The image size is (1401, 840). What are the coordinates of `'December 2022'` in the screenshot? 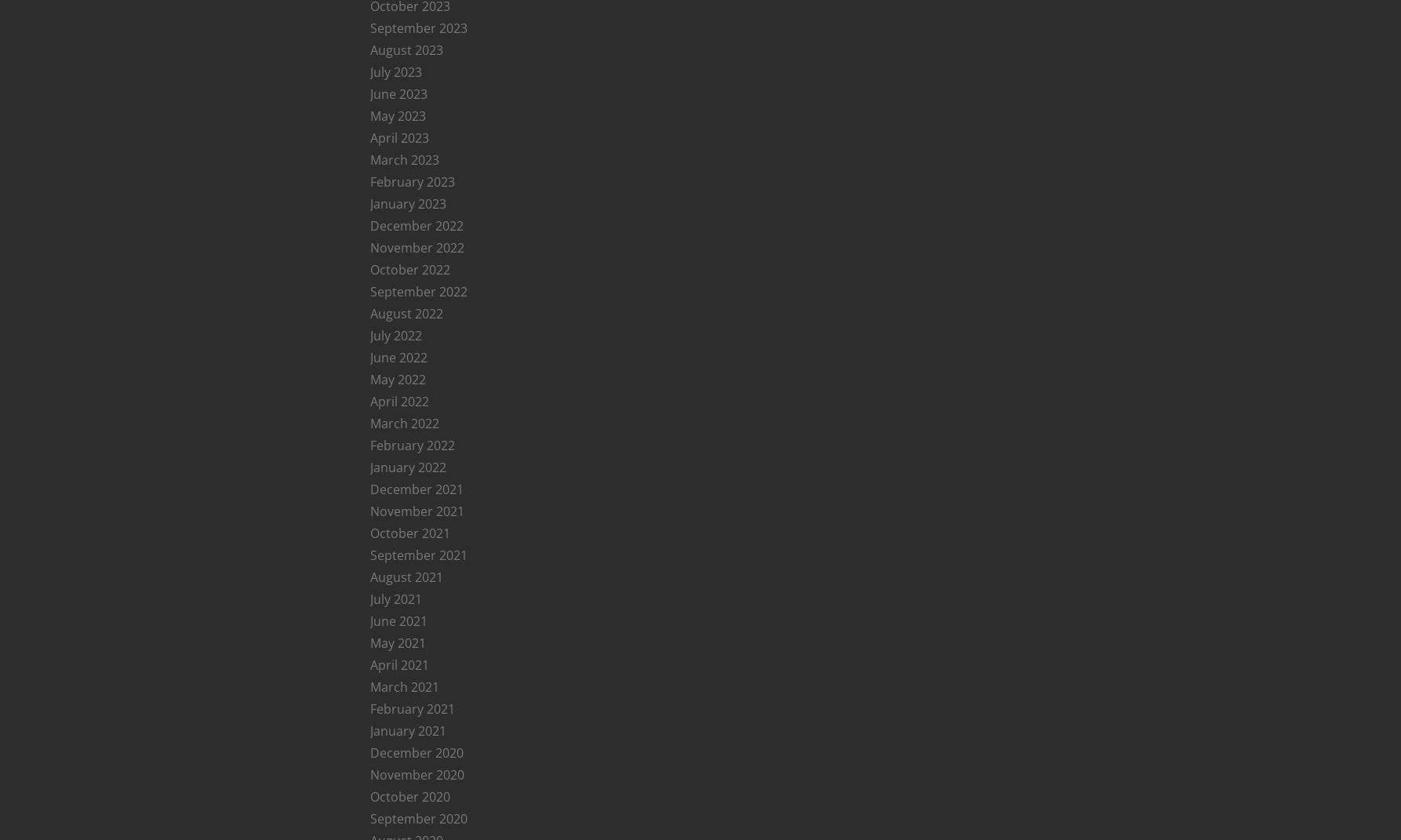 It's located at (368, 225).